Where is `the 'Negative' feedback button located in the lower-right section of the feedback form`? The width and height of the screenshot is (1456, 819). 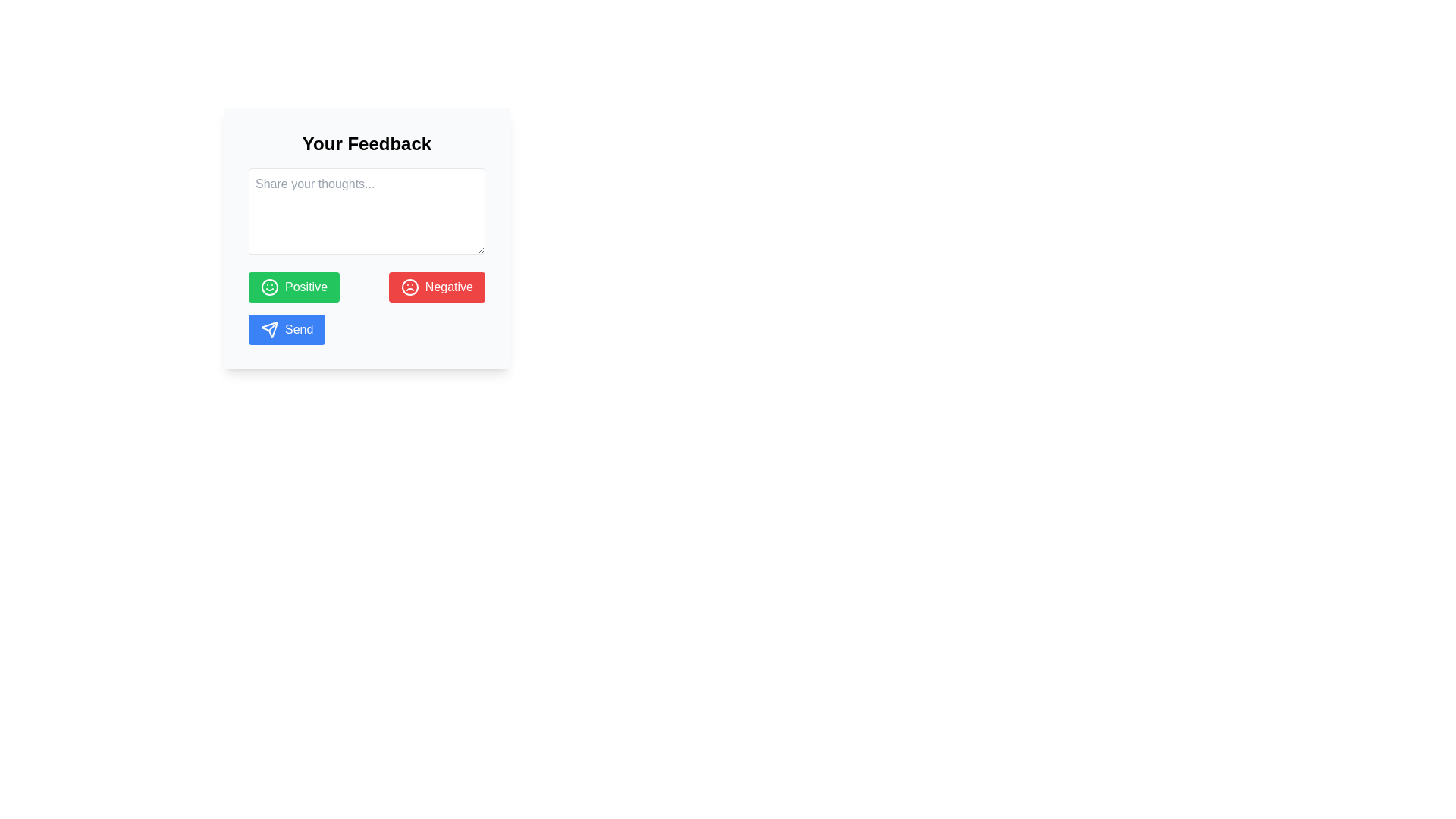 the 'Negative' feedback button located in the lower-right section of the feedback form is located at coordinates (436, 287).